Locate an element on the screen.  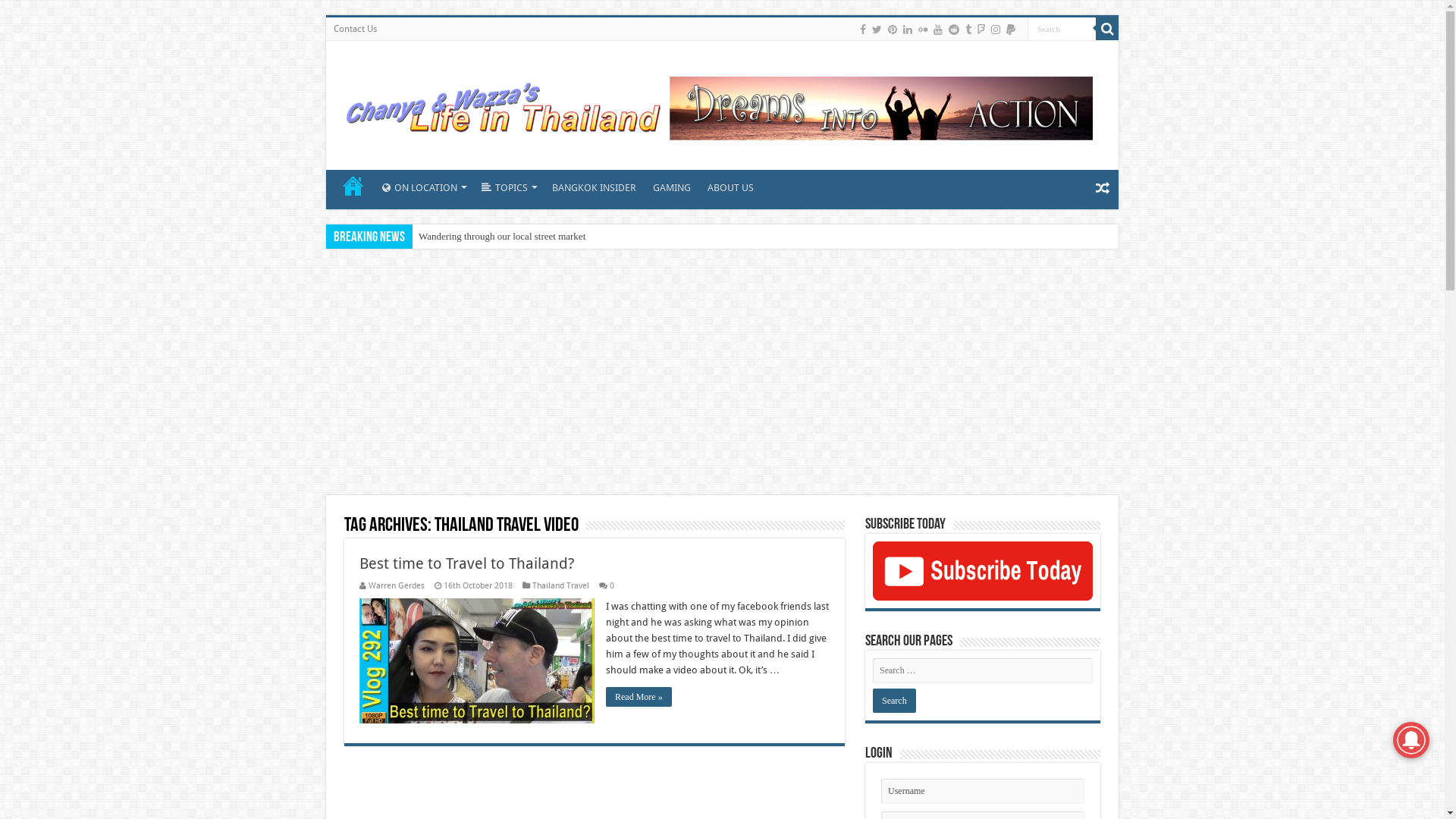
'Twitter' is located at coordinates (877, 29).